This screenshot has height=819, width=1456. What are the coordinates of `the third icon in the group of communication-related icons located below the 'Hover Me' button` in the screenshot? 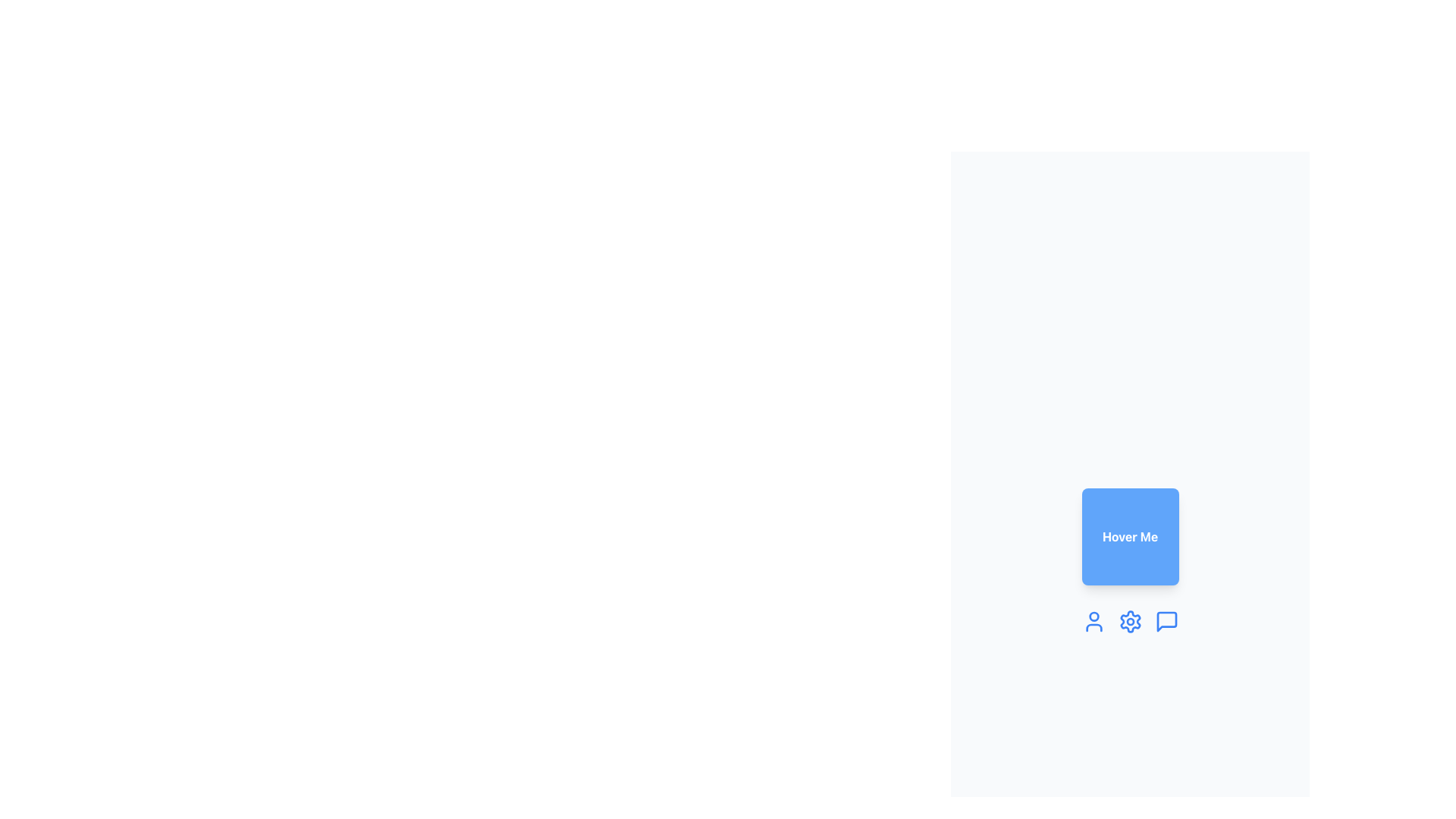 It's located at (1166, 622).